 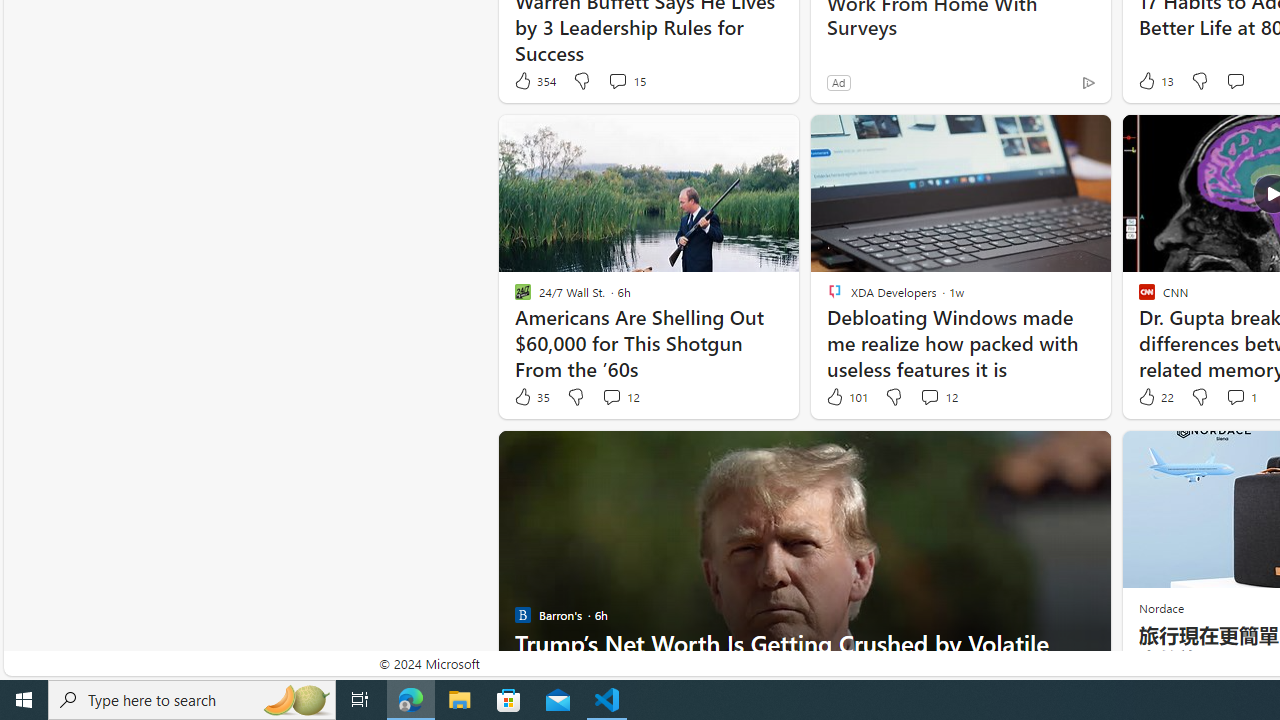 I want to click on '35 Like', so click(x=531, y=397).